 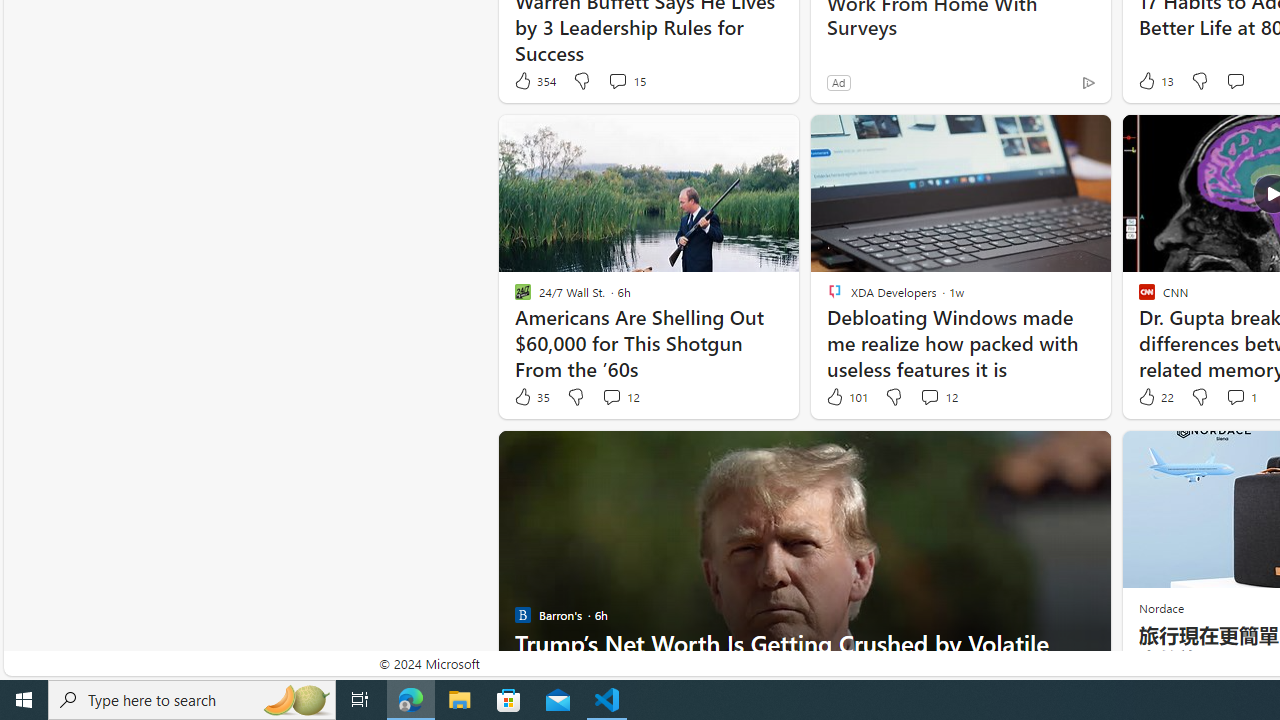 I want to click on '35 Like', so click(x=531, y=397).